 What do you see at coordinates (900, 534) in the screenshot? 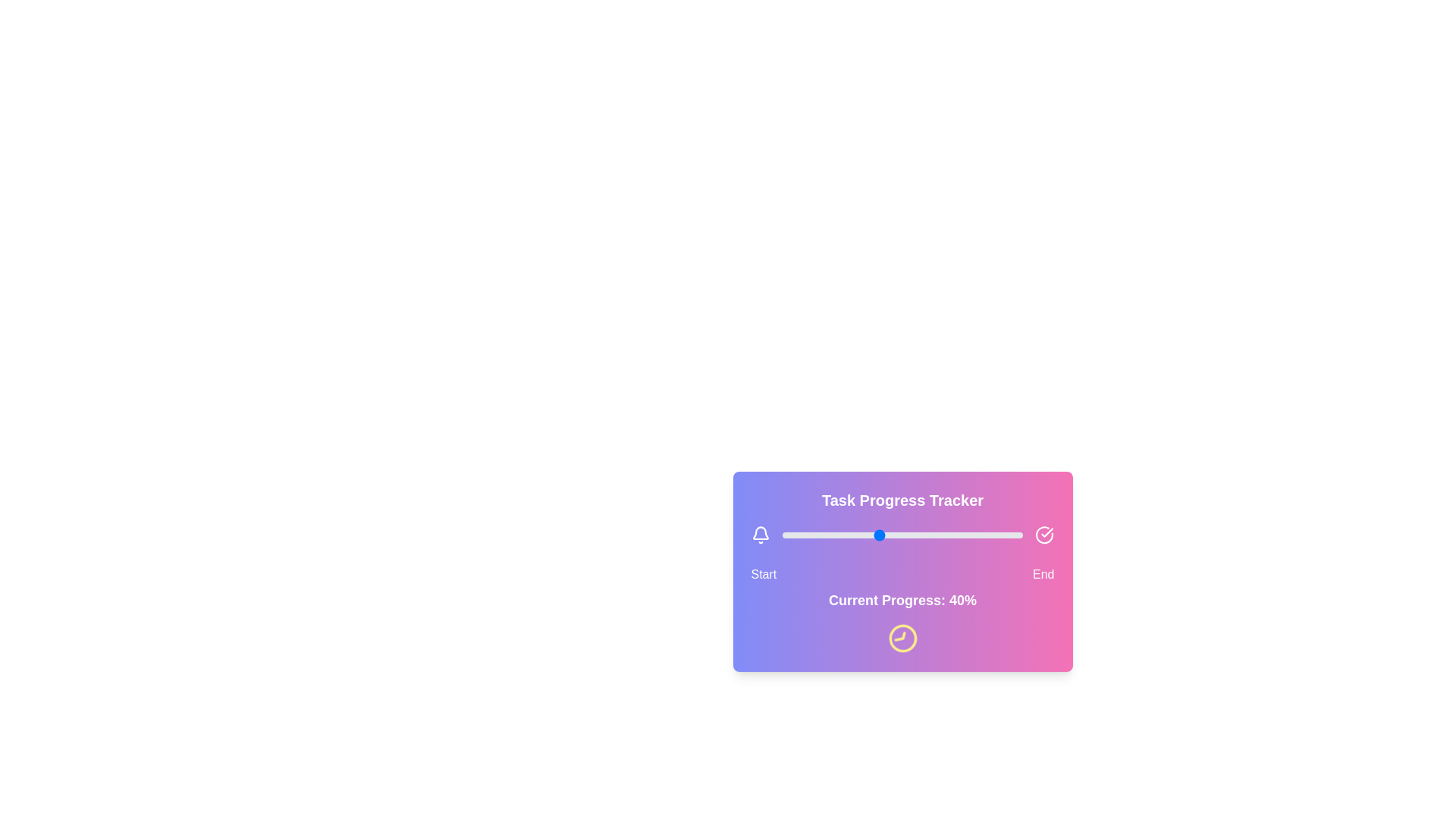
I see `the progress slider to 49%` at bounding box center [900, 534].